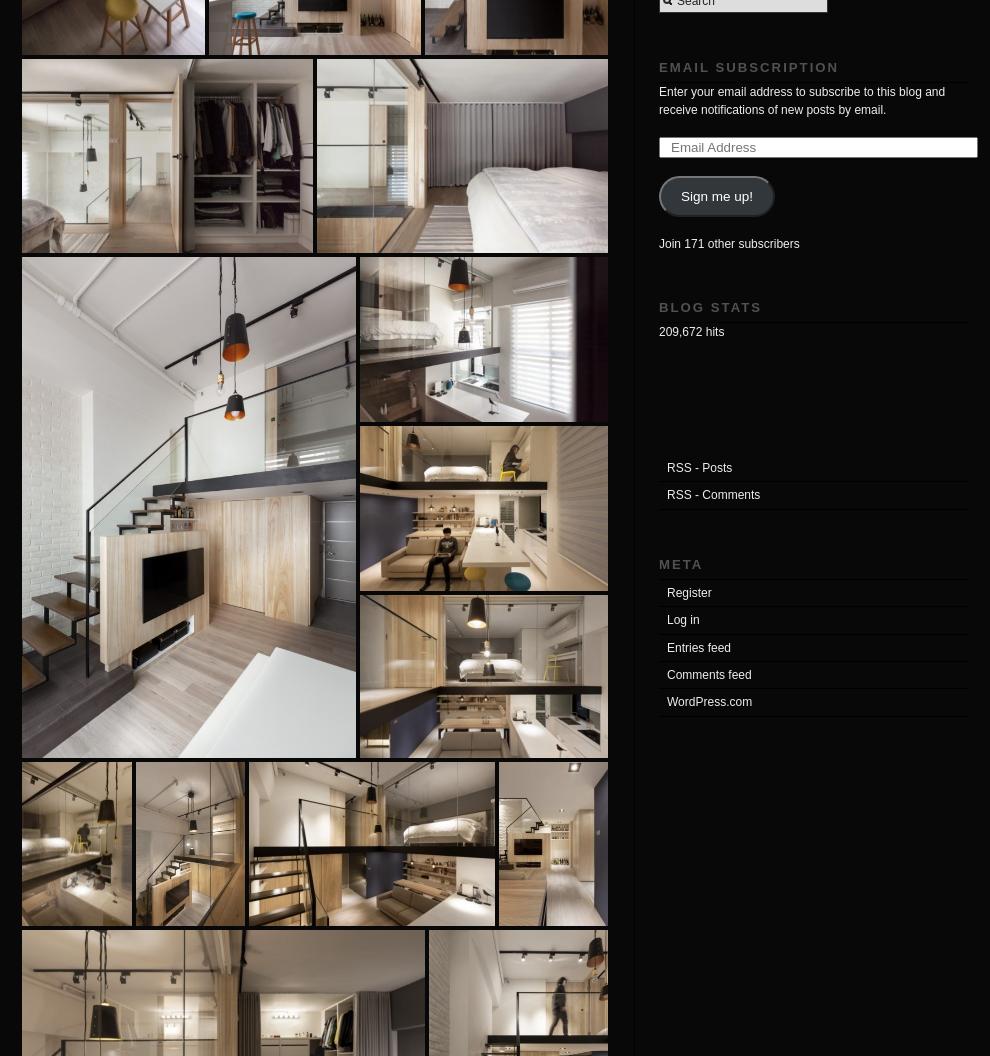  I want to click on 'Enter your email address to subscribe to this blog and receive notifications of new posts by email.', so click(659, 99).